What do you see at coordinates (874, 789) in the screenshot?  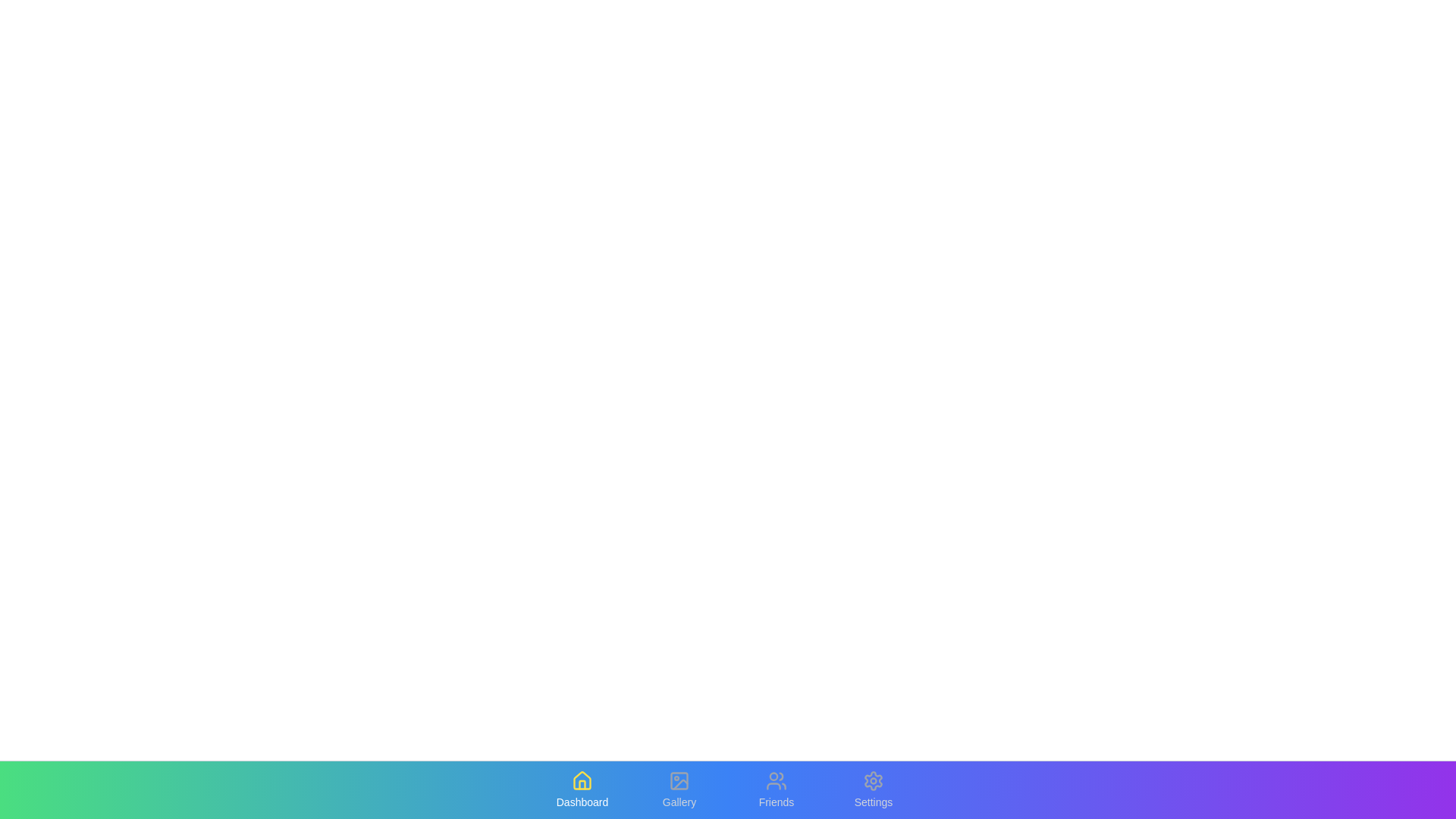 I see `the tab labeled Settings` at bounding box center [874, 789].